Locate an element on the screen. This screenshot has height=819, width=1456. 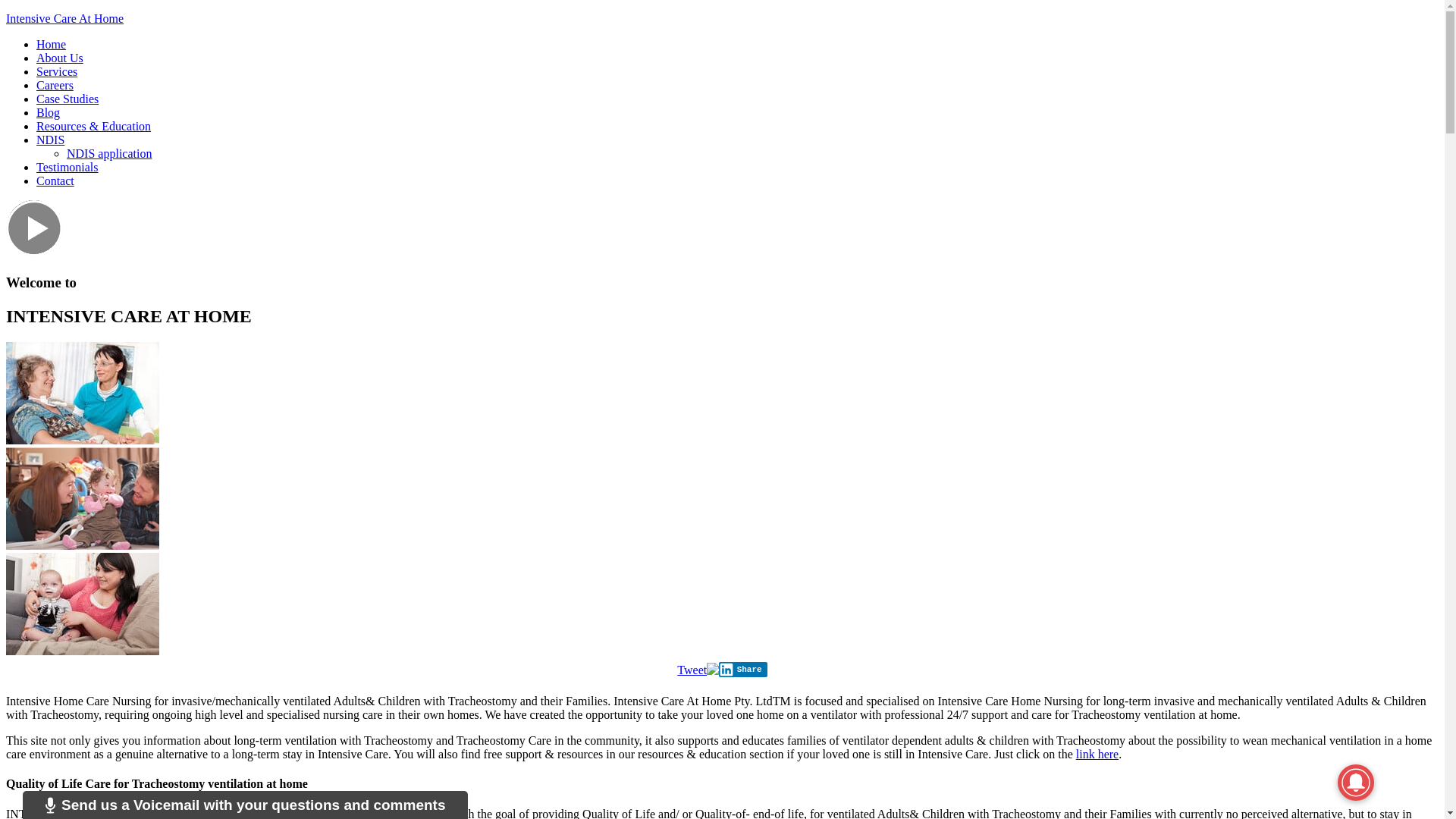
'Blog' is located at coordinates (48, 111).